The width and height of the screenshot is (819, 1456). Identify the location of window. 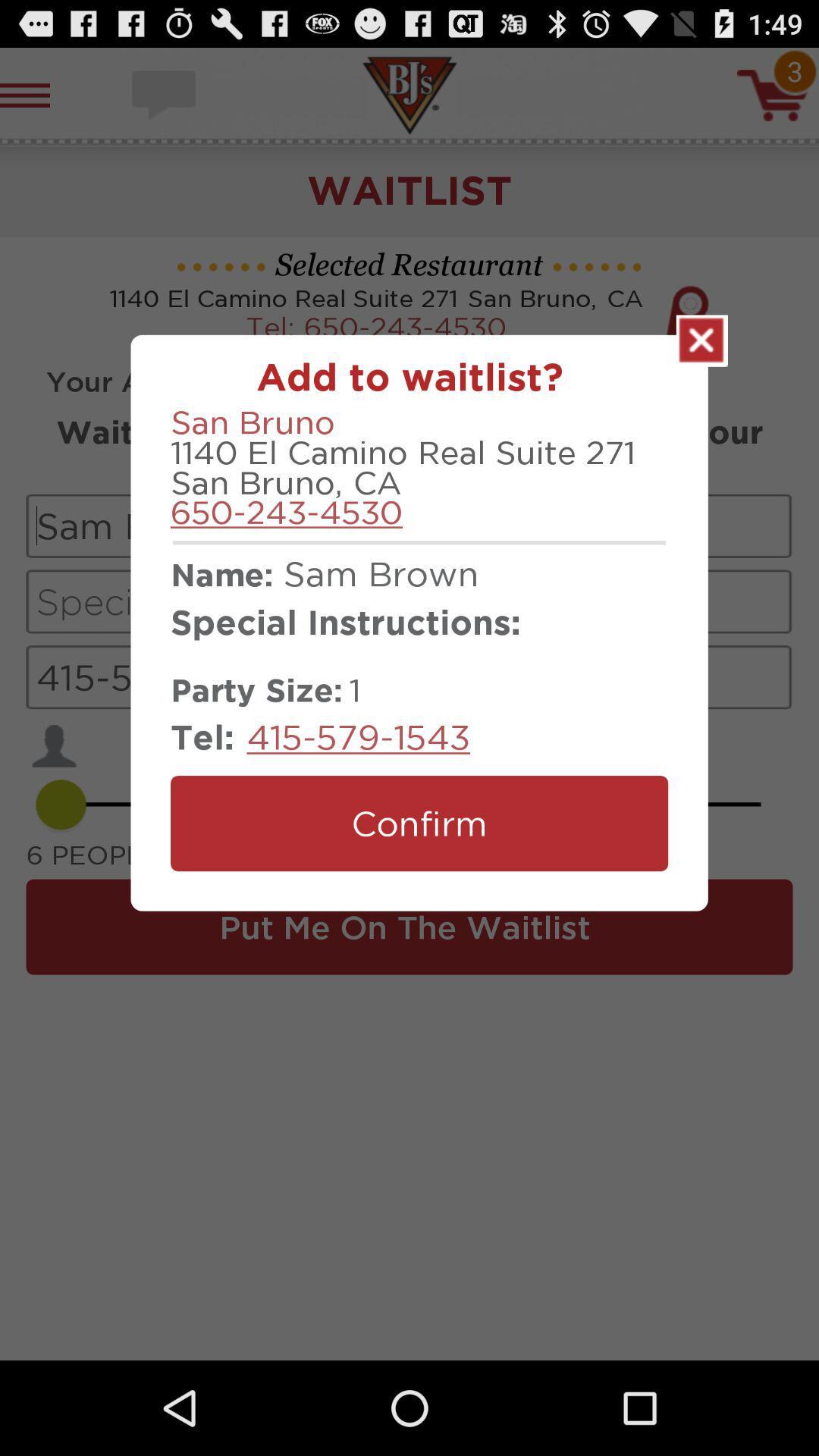
(701, 340).